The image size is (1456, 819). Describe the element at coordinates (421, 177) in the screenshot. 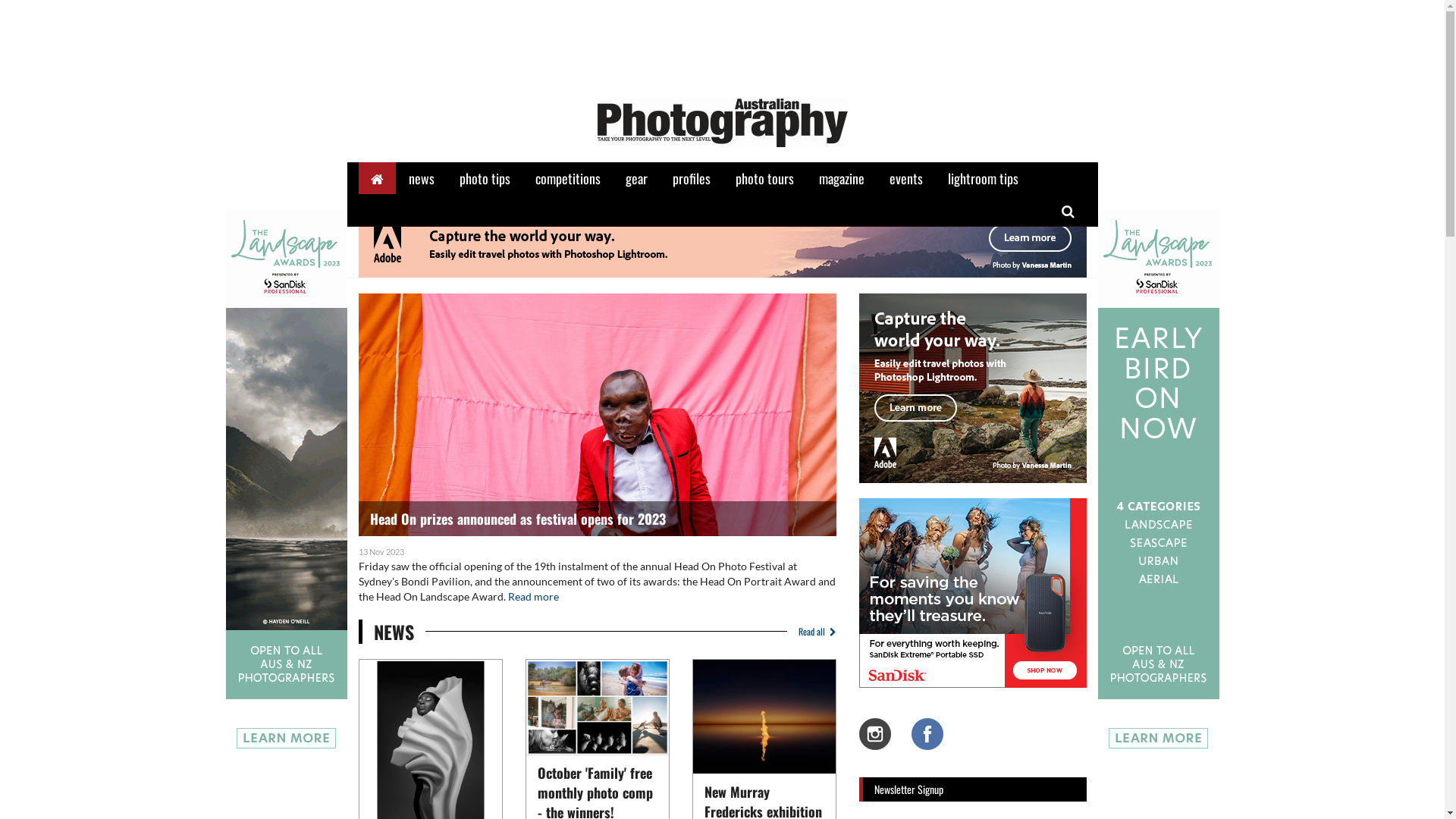

I see `'news'` at that location.